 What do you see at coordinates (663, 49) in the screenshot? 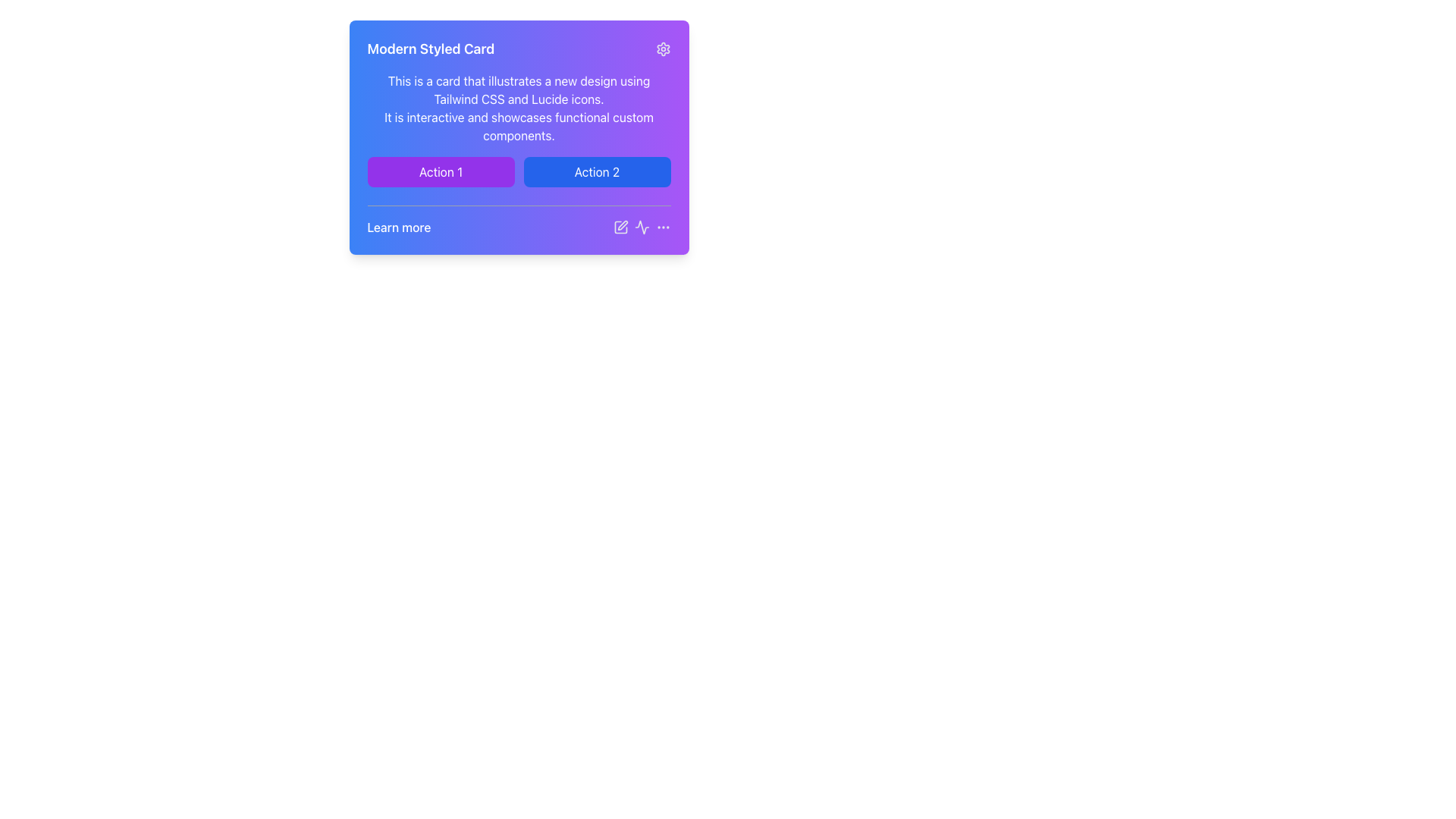
I see `the Icon button located at the top-right corner of the 'Modern Styled Card' for accessibility purposes` at bounding box center [663, 49].